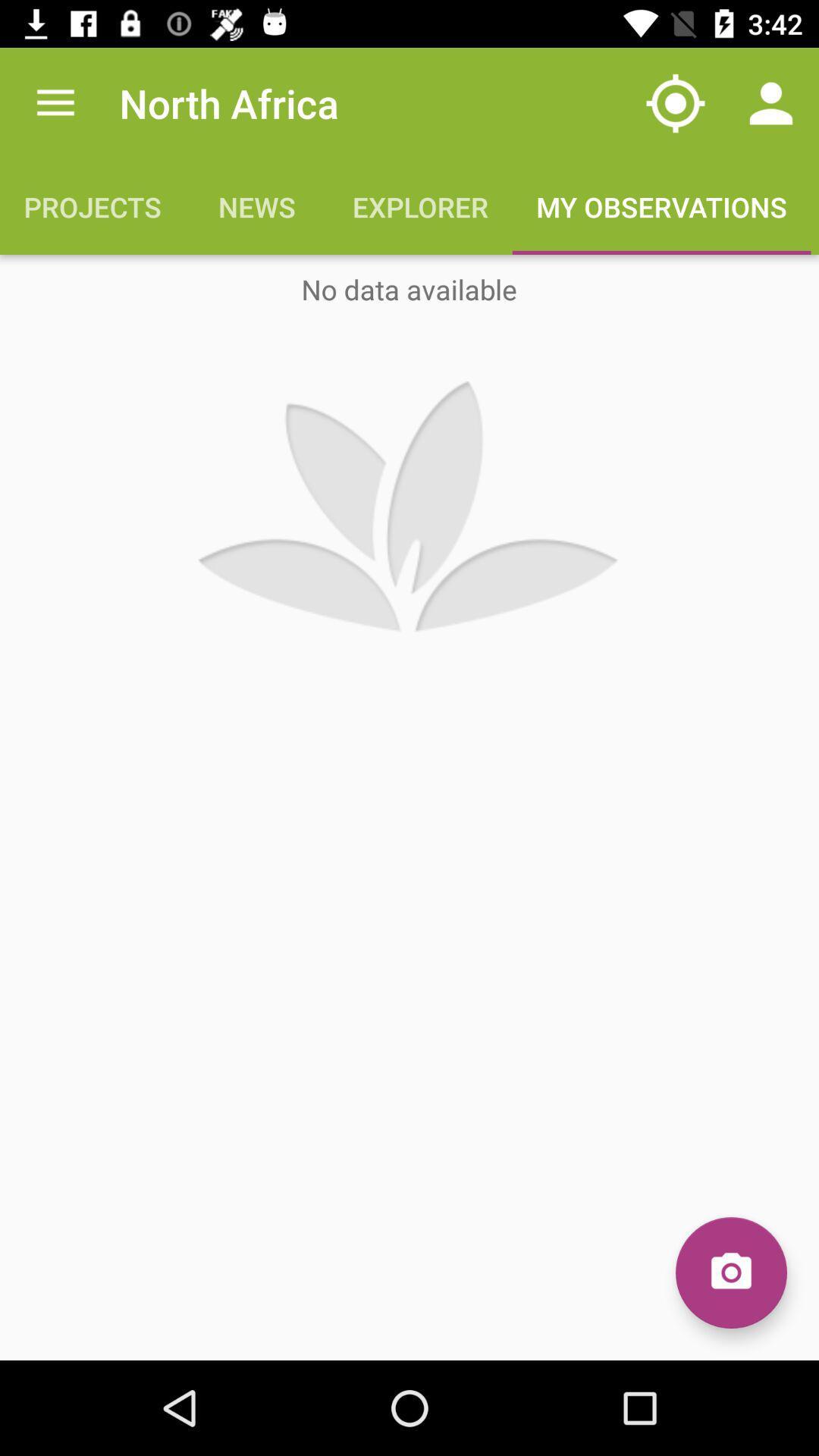  Describe the element at coordinates (730, 1272) in the screenshot. I see `the photo icon` at that location.